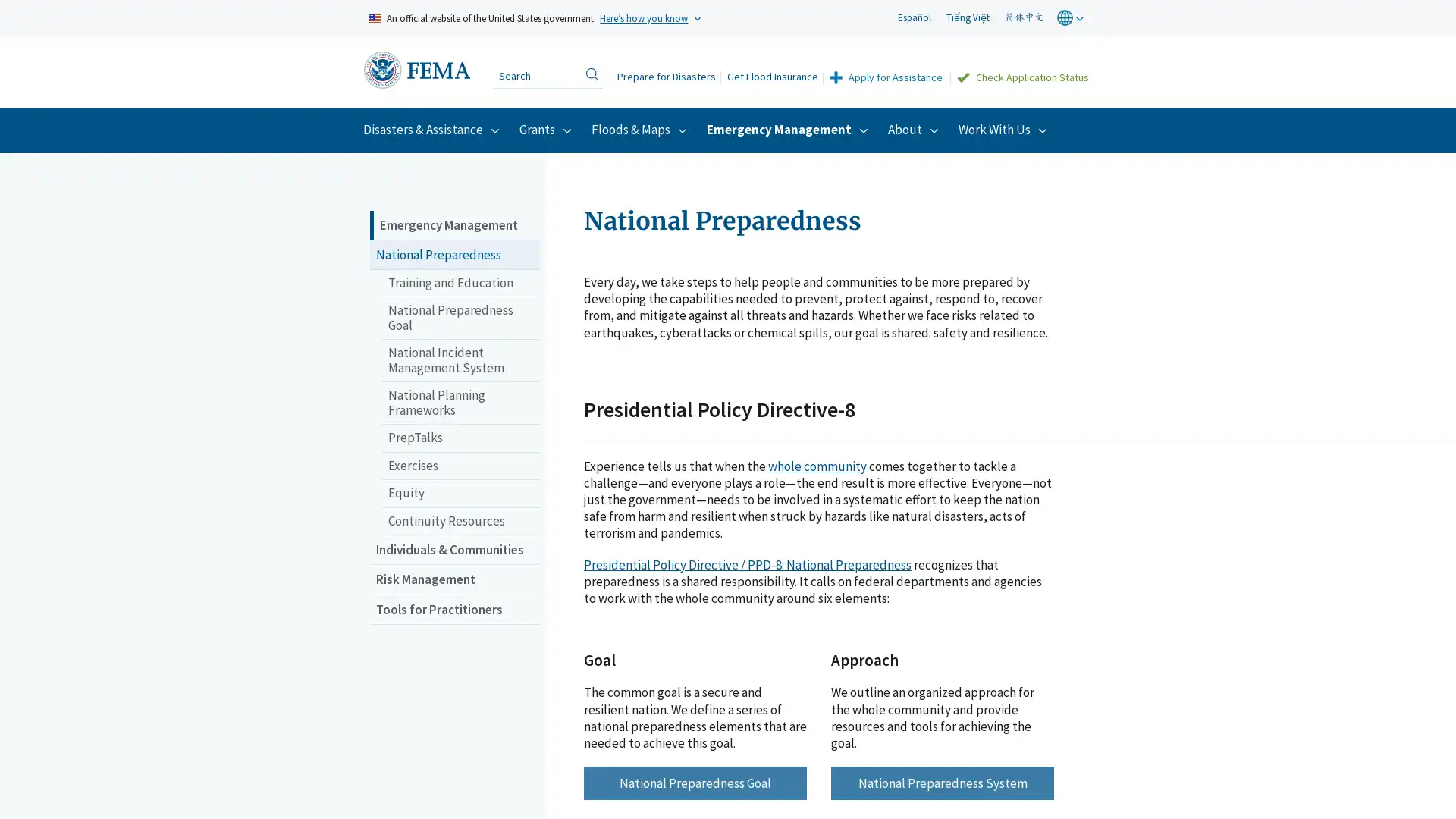 The image size is (1456, 819). What do you see at coordinates (1005, 128) in the screenshot?
I see `Work With Us` at bounding box center [1005, 128].